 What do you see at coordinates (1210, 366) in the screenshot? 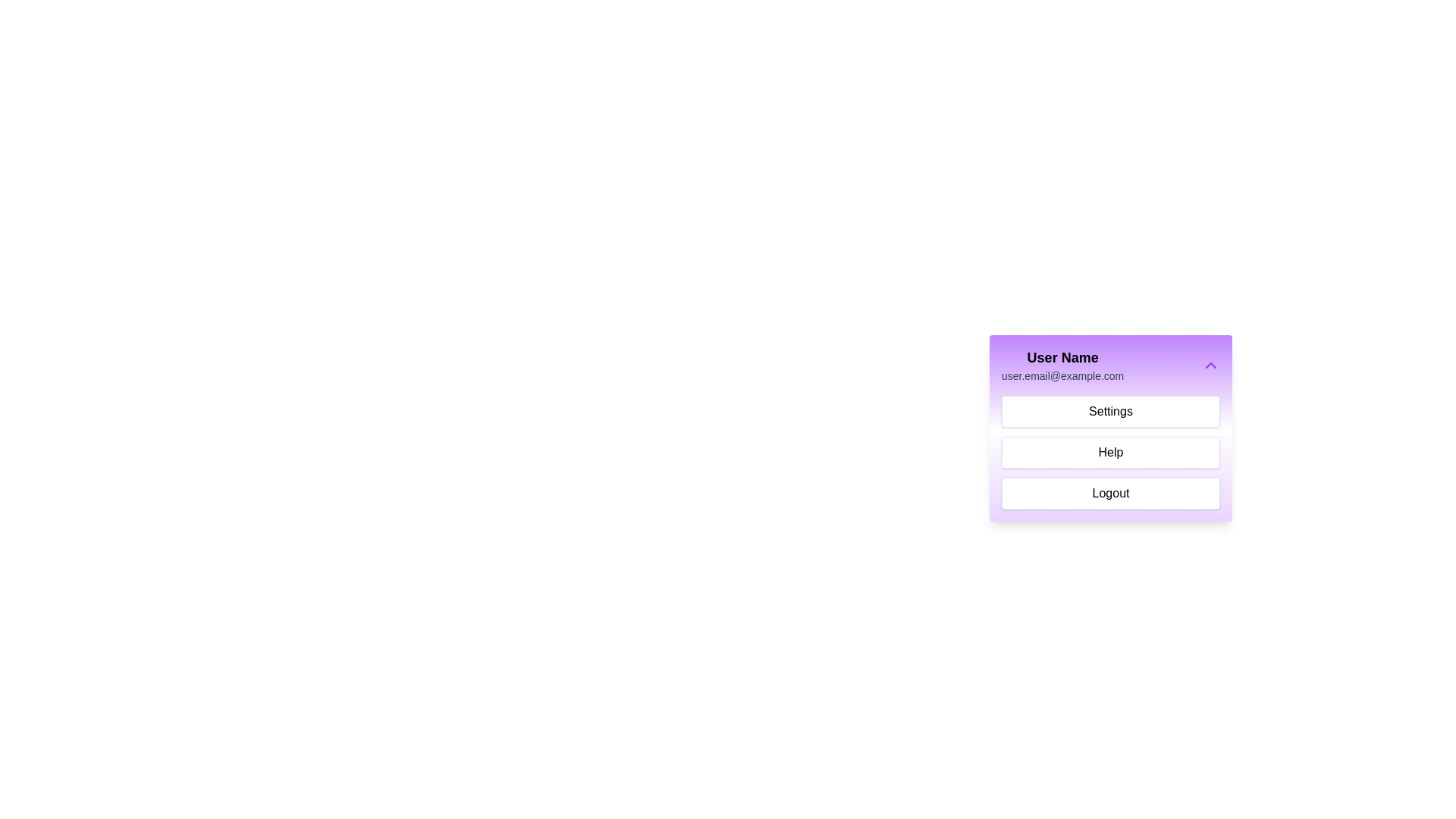
I see `the chevron button to toggle the menu visibility` at bounding box center [1210, 366].